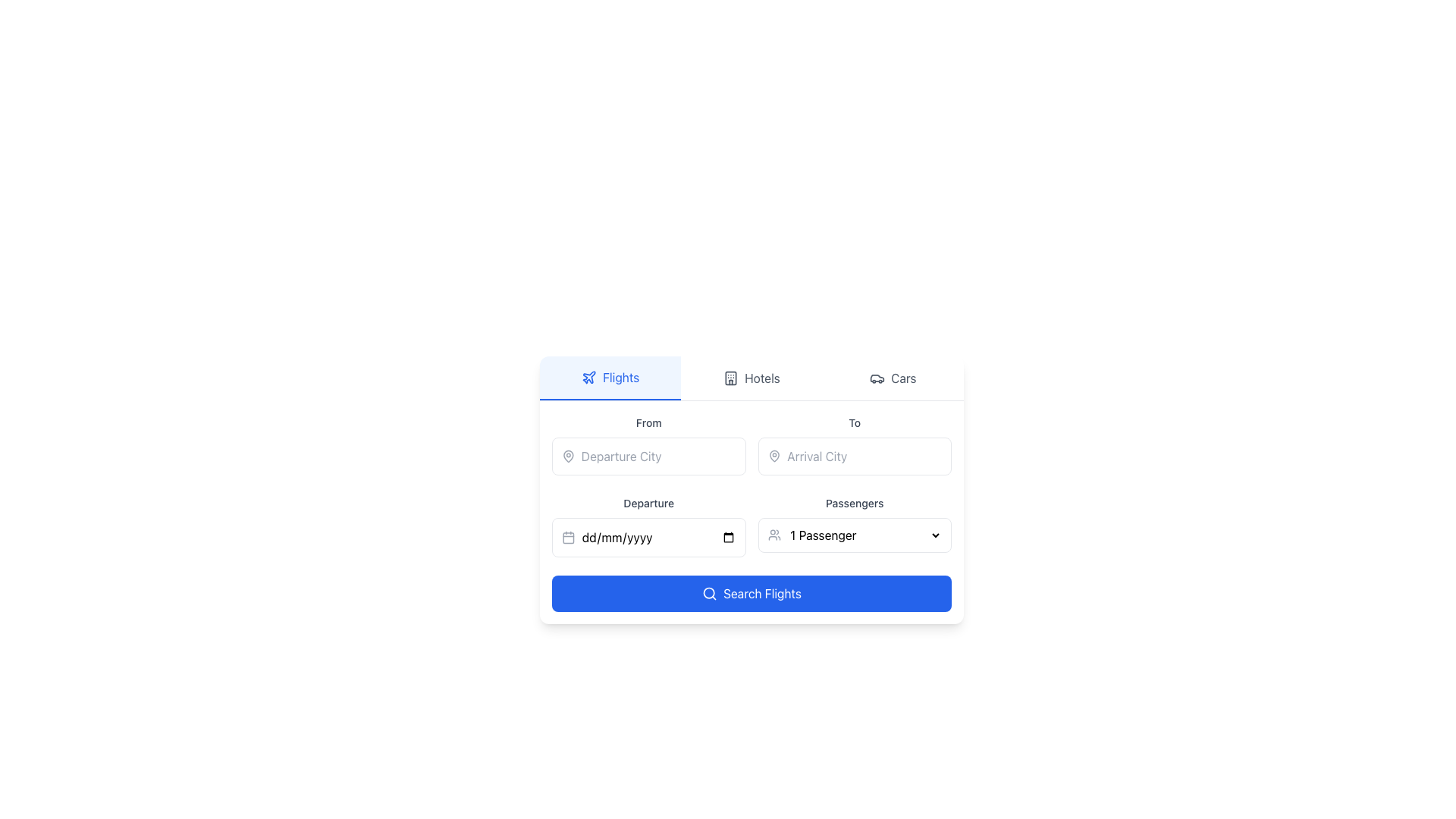  Describe the element at coordinates (893, 377) in the screenshot. I see `the 'Cars' navigation tab, which is the third tab in the horizontal navigation bar at the top-right of the interface and includes a minimalistic car icon` at that location.